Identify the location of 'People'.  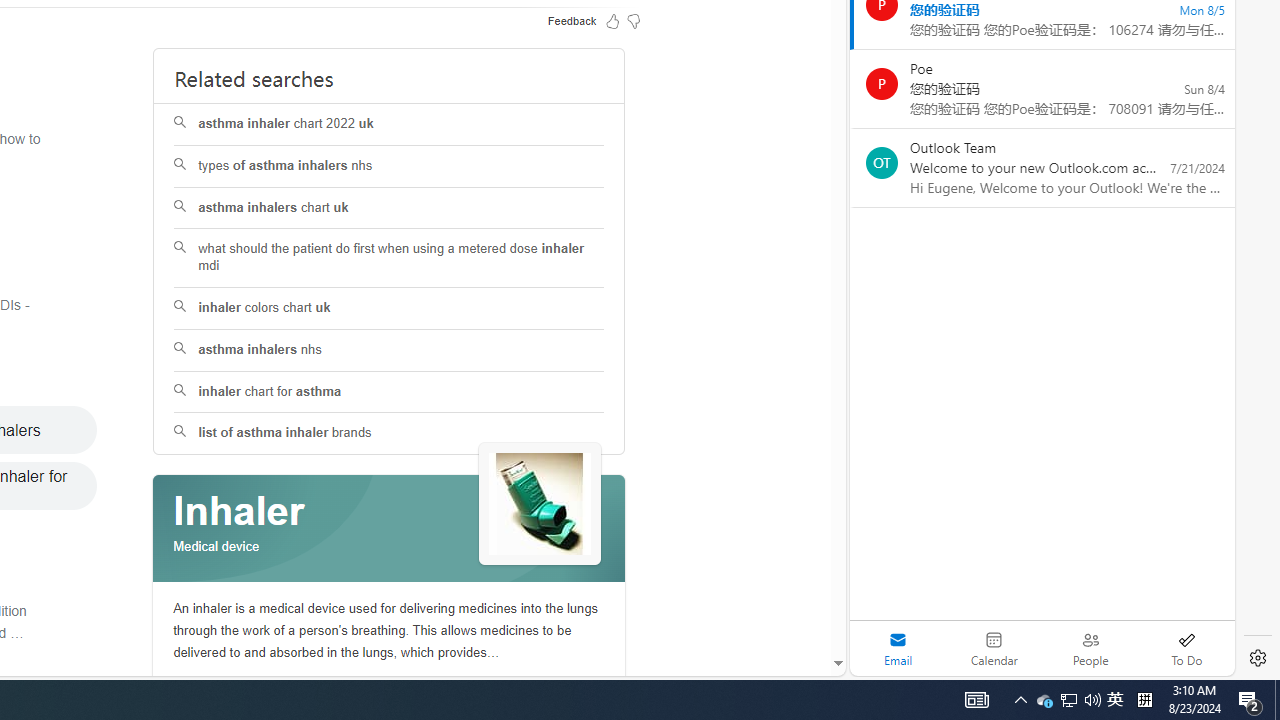
(1089, 648).